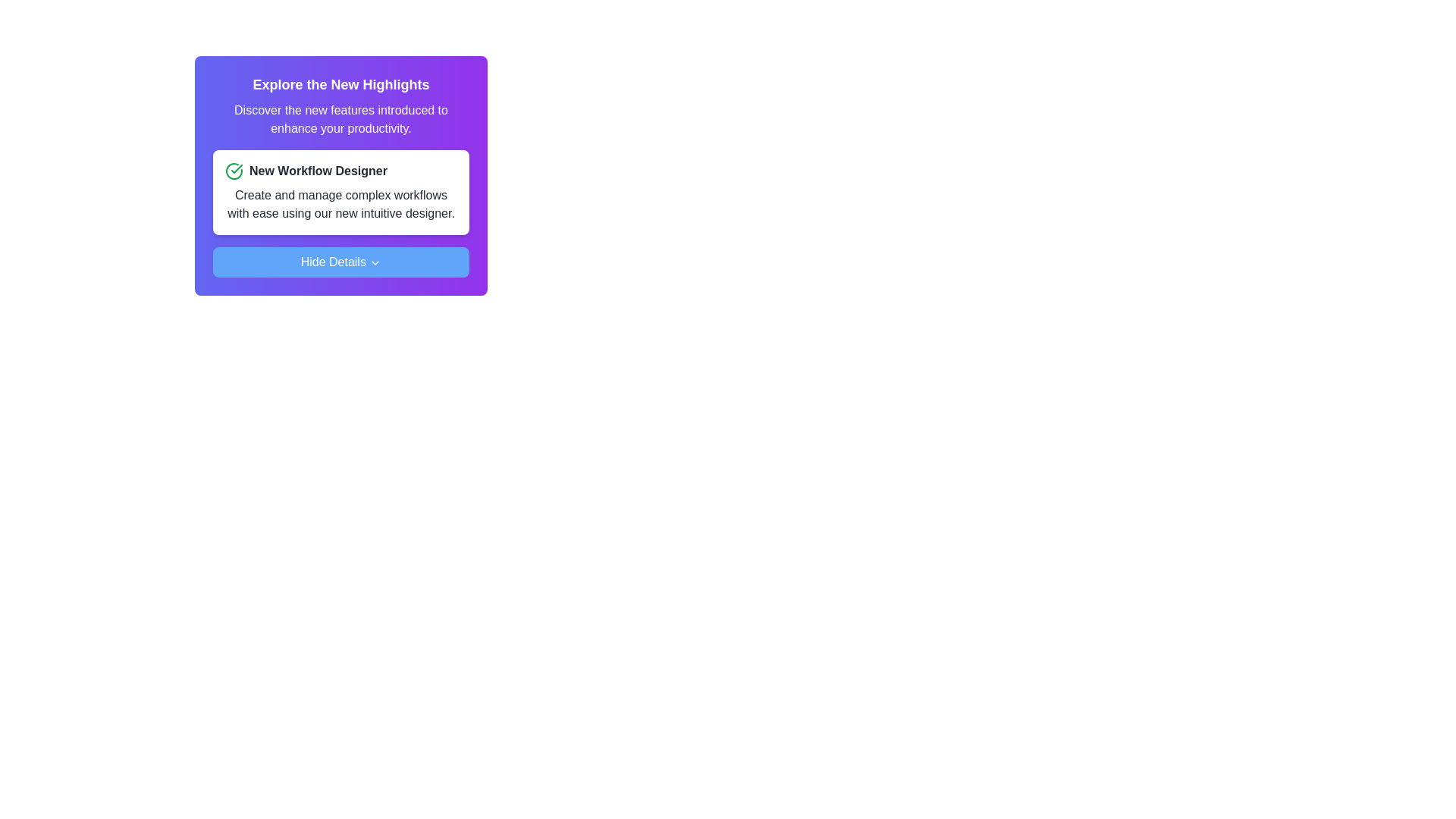 The height and width of the screenshot is (819, 1456). What do you see at coordinates (340, 84) in the screenshot?
I see `the bold text header that says 'Explore the New Highlights', which is styled in white against a gradient purple background` at bounding box center [340, 84].